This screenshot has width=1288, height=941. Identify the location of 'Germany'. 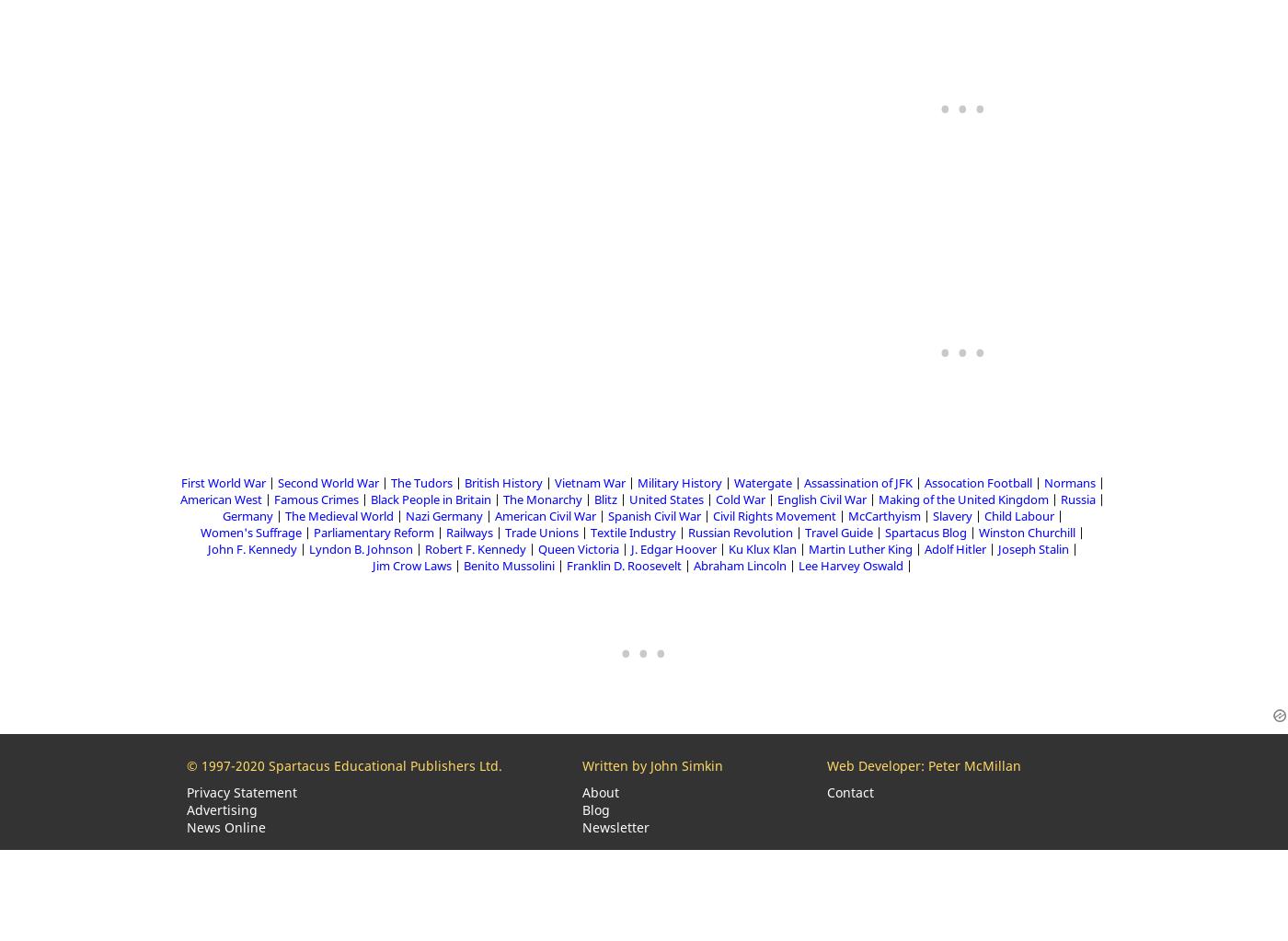
(247, 516).